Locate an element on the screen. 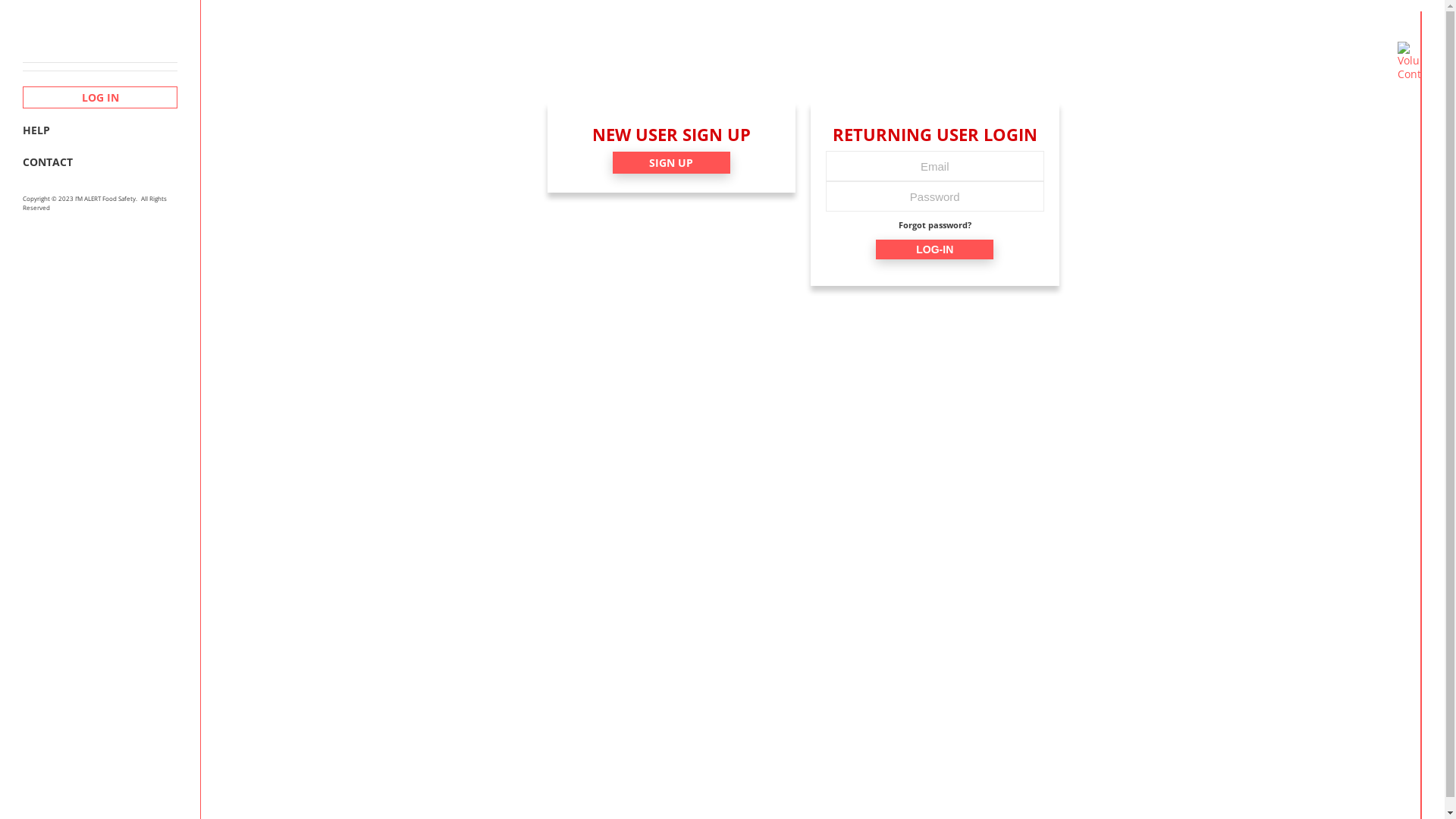  'LOG-IN' is located at coordinates (934, 248).